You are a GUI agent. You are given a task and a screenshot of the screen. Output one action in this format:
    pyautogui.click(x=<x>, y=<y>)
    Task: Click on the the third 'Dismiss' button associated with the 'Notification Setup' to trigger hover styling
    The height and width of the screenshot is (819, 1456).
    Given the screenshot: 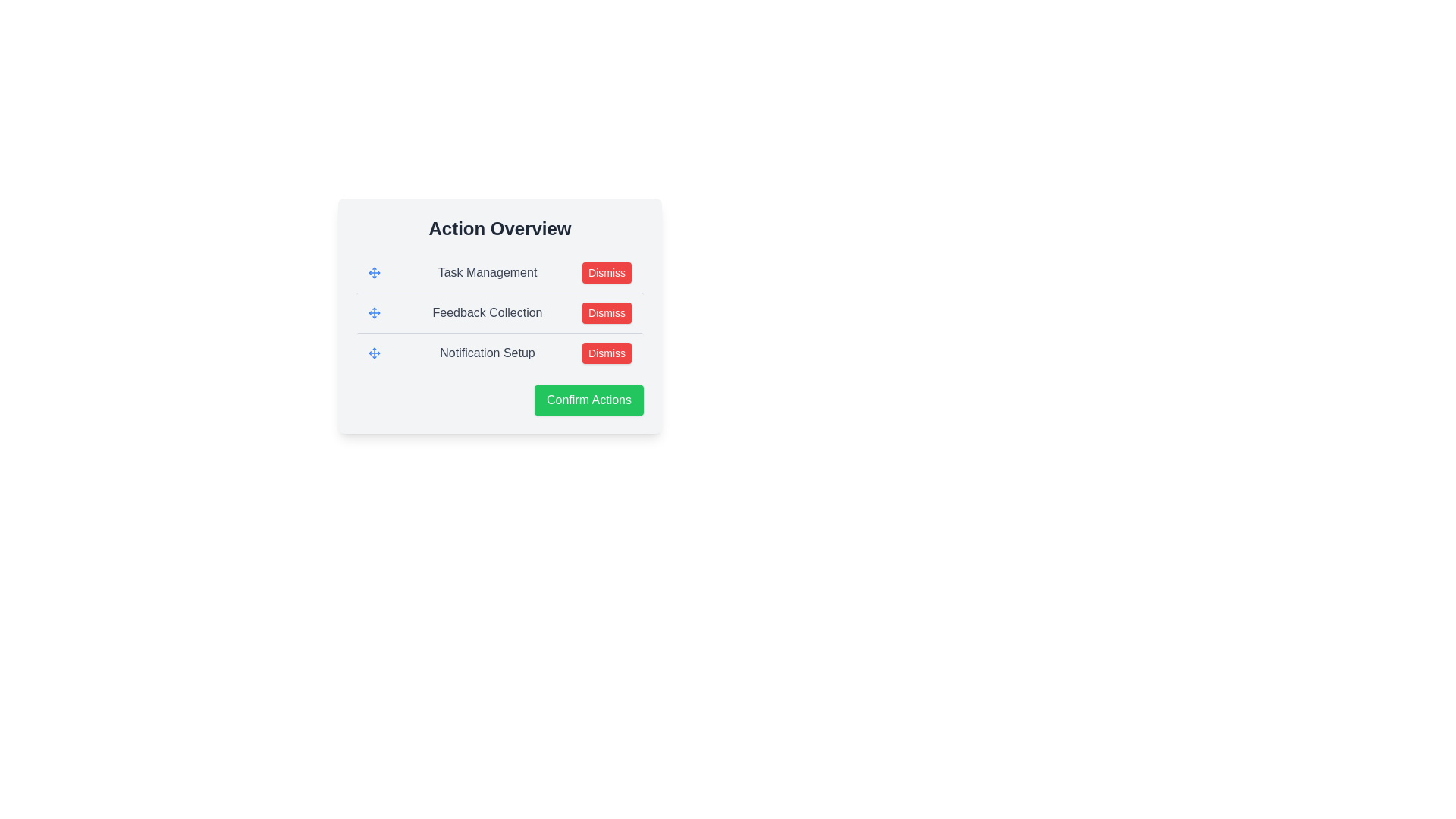 What is the action you would take?
    pyautogui.click(x=607, y=353)
    